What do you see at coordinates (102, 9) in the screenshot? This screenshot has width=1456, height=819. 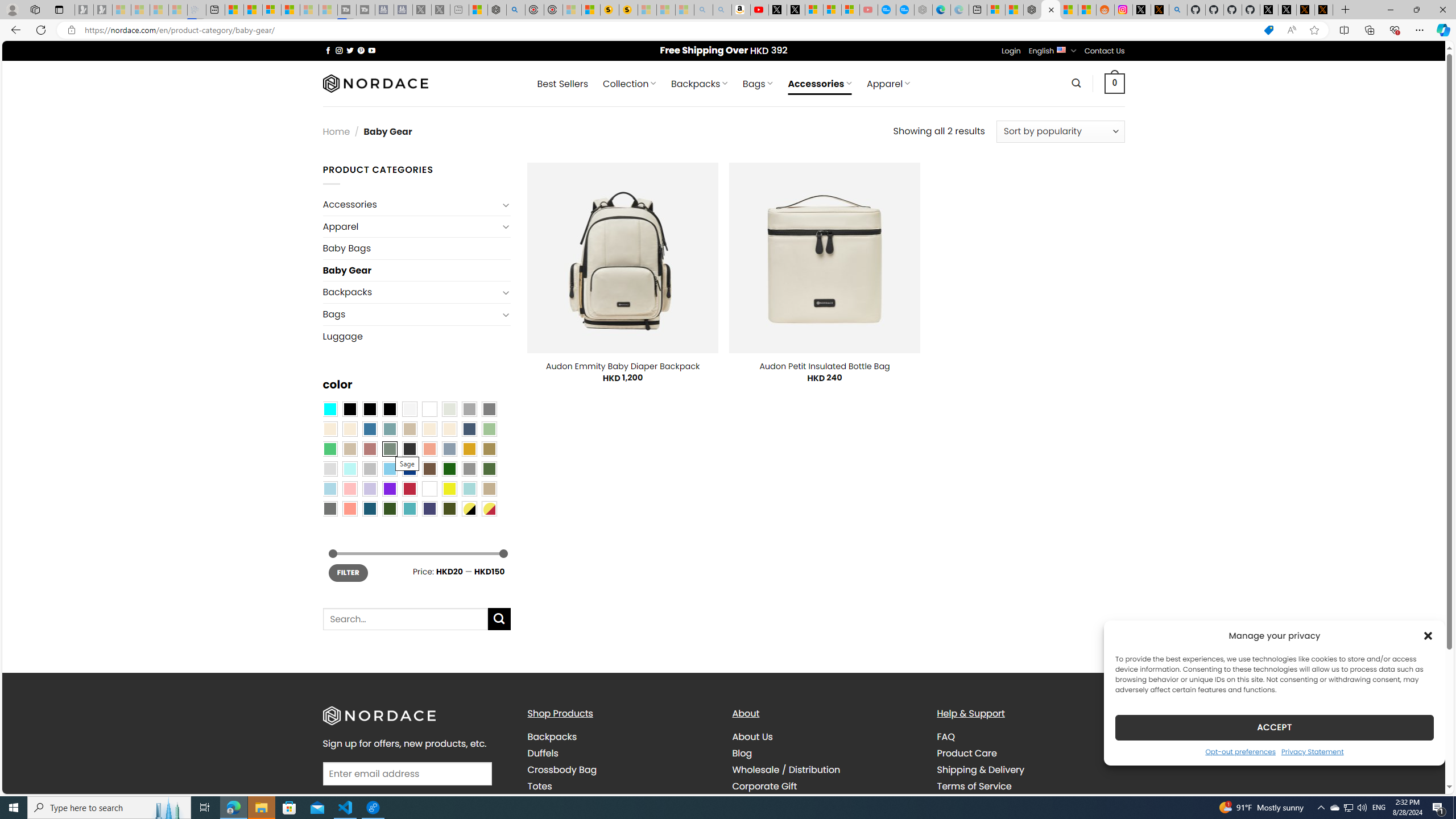 I see `'Newsletter Sign Up - Sleeping'` at bounding box center [102, 9].